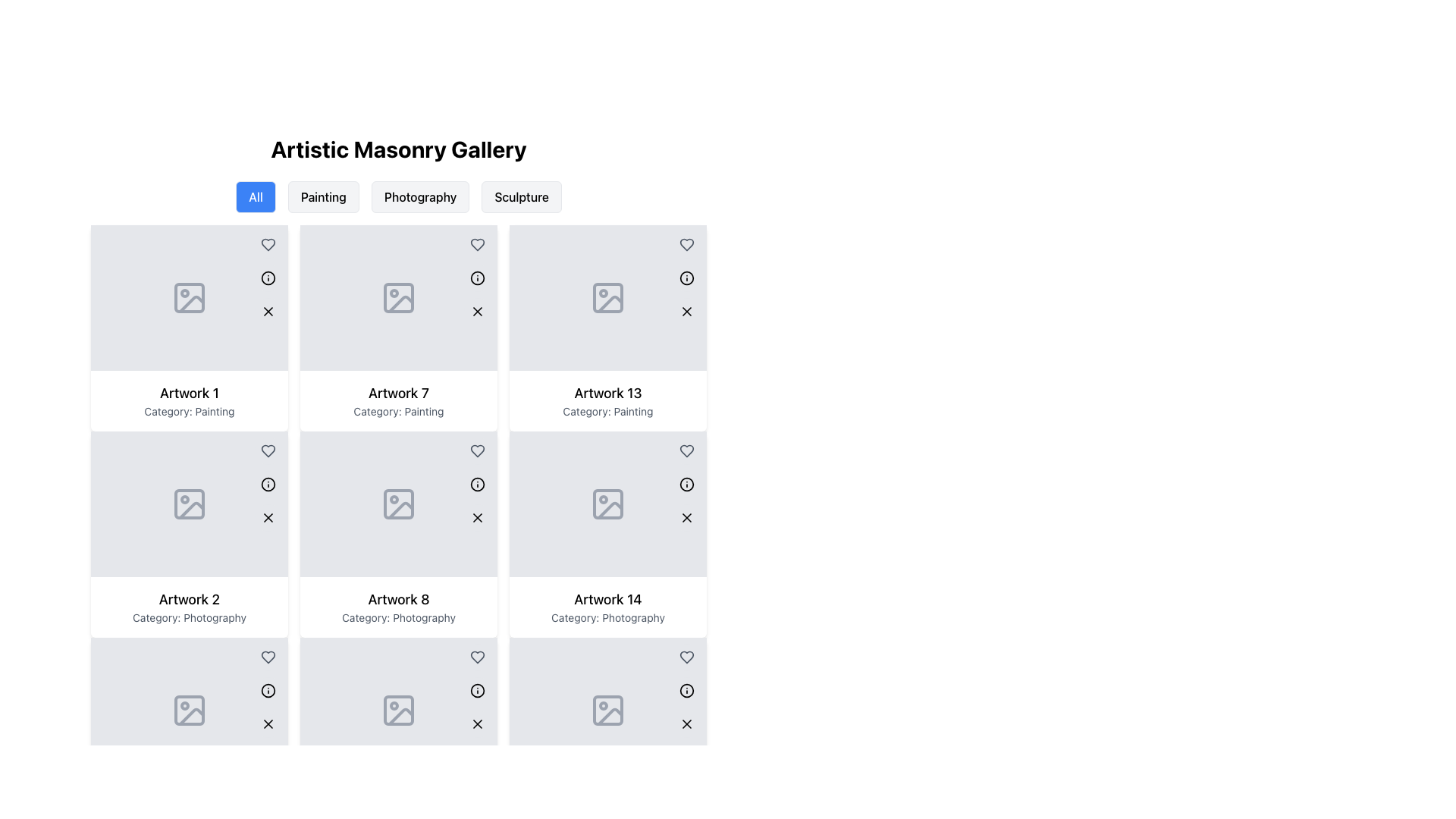  What do you see at coordinates (399, 598) in the screenshot?
I see `the main identification label for the displayed artwork, which is centrally located in the middle column above the 'Category: Photography' label and below the image placeholder` at bounding box center [399, 598].